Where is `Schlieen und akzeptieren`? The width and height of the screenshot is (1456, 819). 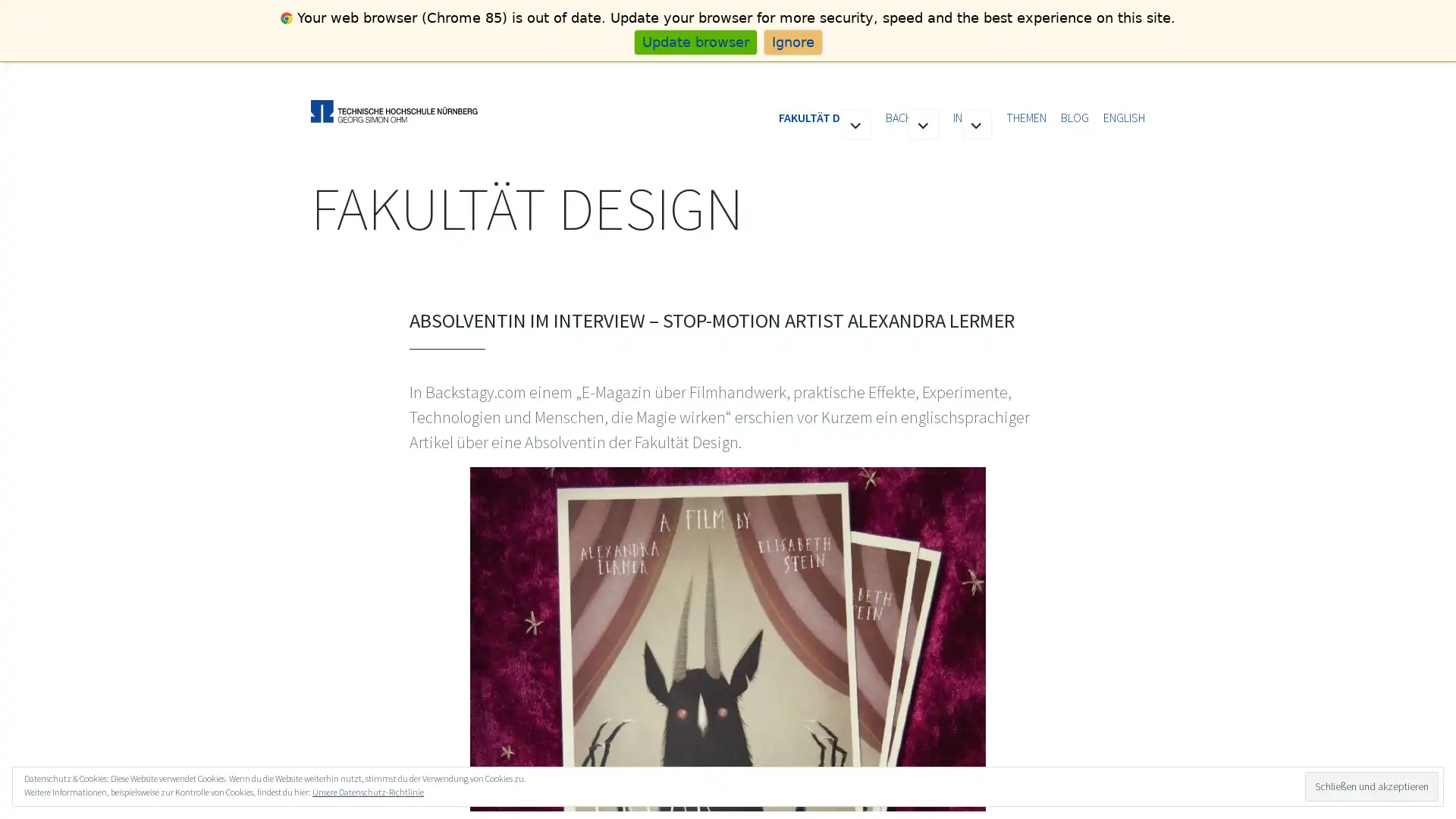 Schlieen und akzeptieren is located at coordinates (1371, 785).